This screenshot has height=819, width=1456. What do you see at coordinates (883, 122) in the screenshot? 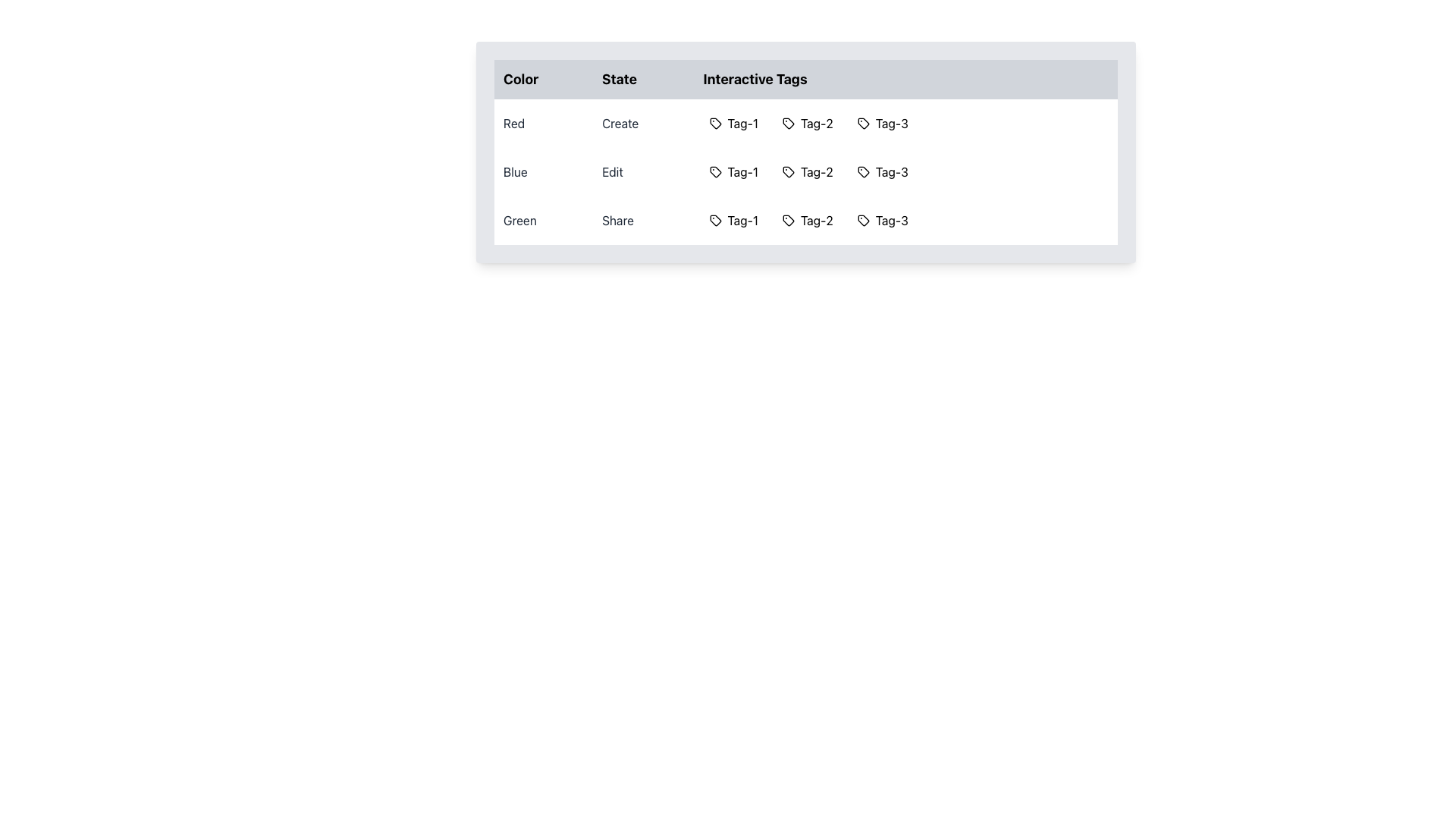
I see `the non-interactive label in the 'Interactive Tags' column, specifically the third element in the row titled 'Create', which visually categorizes related data` at bounding box center [883, 122].